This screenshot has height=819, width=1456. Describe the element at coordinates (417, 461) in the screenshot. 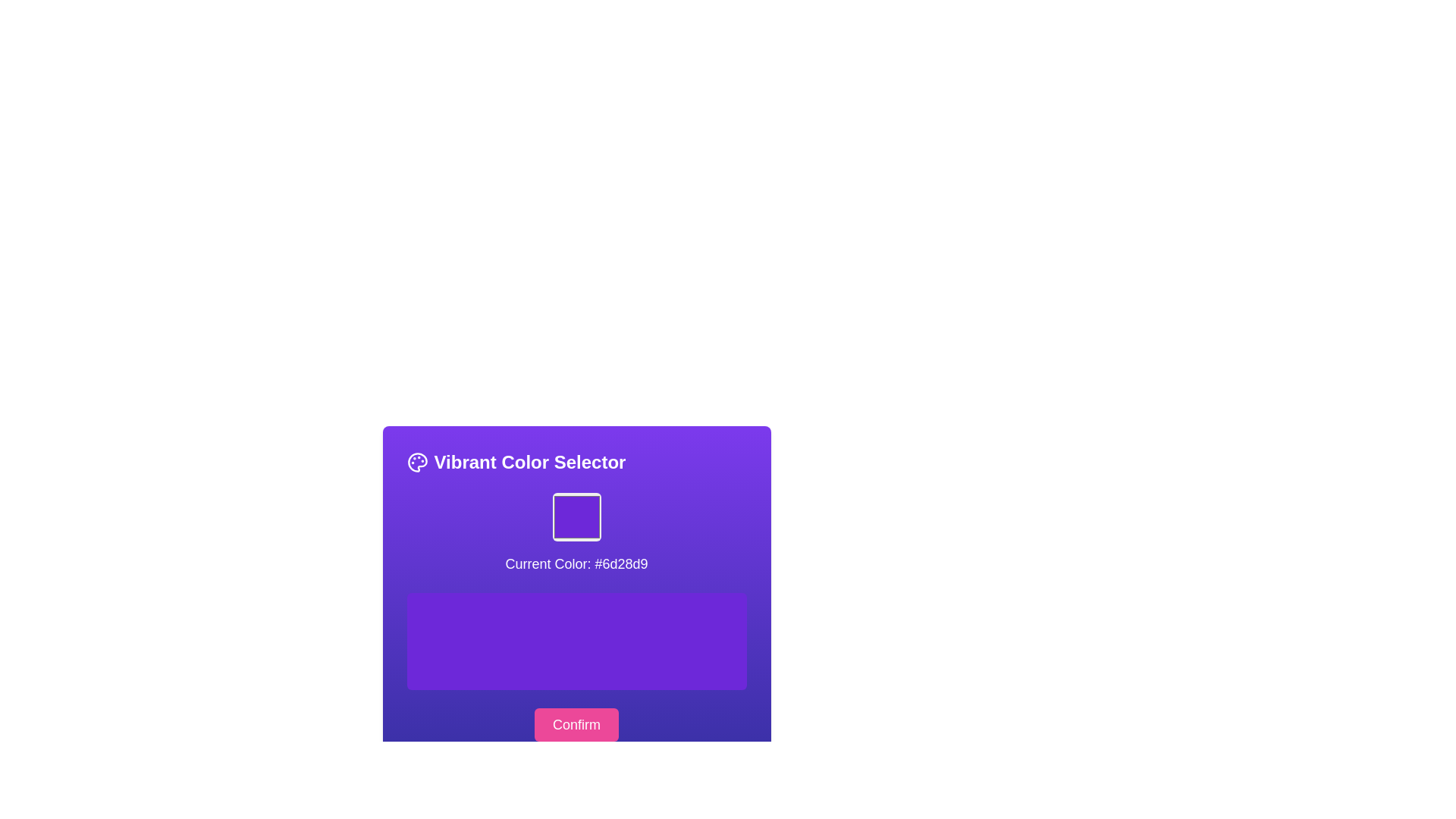

I see `the color selection icon located in the top left area of the 'Vibrant Color Selector' card's header section, next to the title` at that location.